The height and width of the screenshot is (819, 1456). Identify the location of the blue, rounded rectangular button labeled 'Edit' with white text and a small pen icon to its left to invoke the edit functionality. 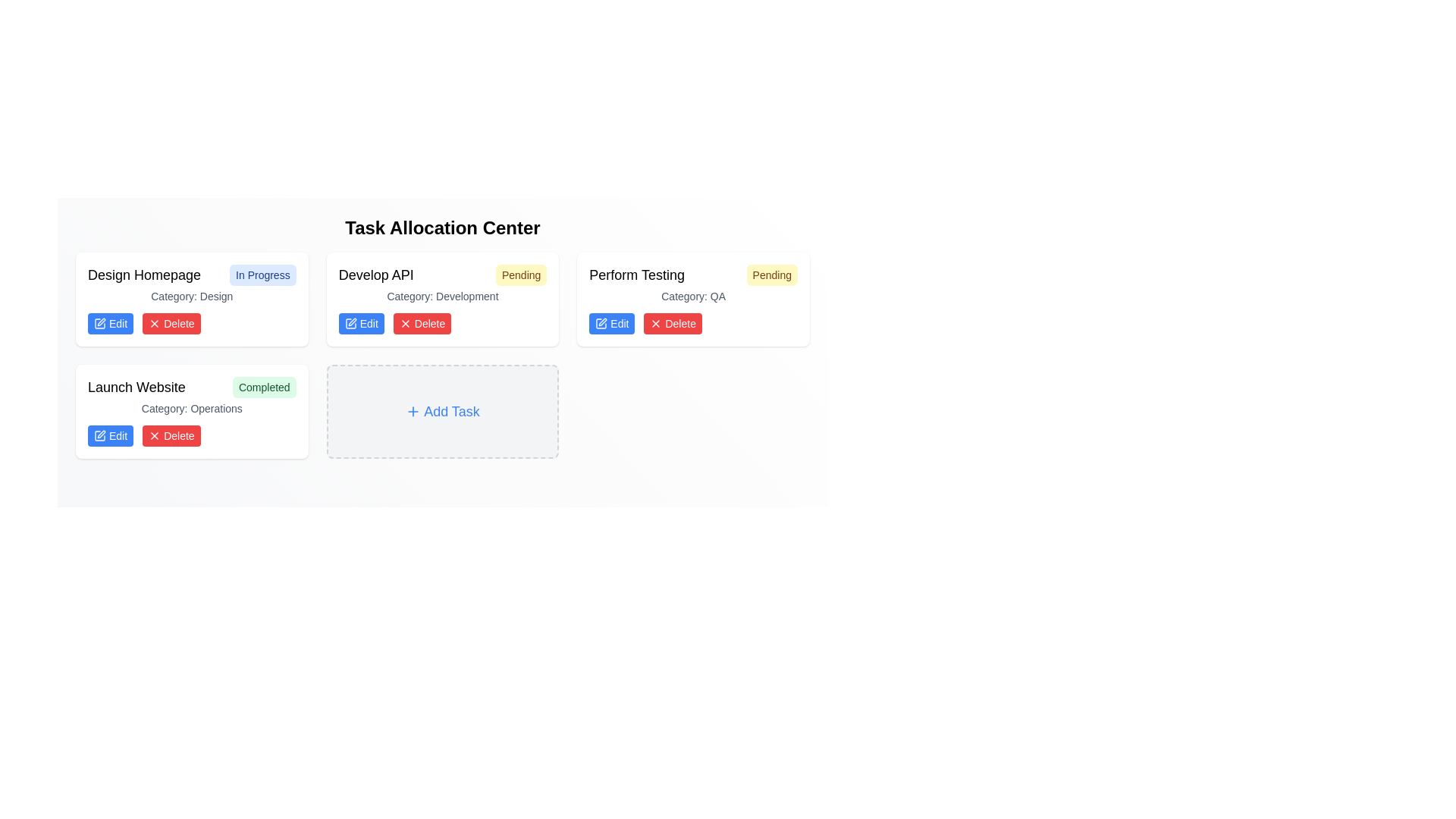
(360, 323).